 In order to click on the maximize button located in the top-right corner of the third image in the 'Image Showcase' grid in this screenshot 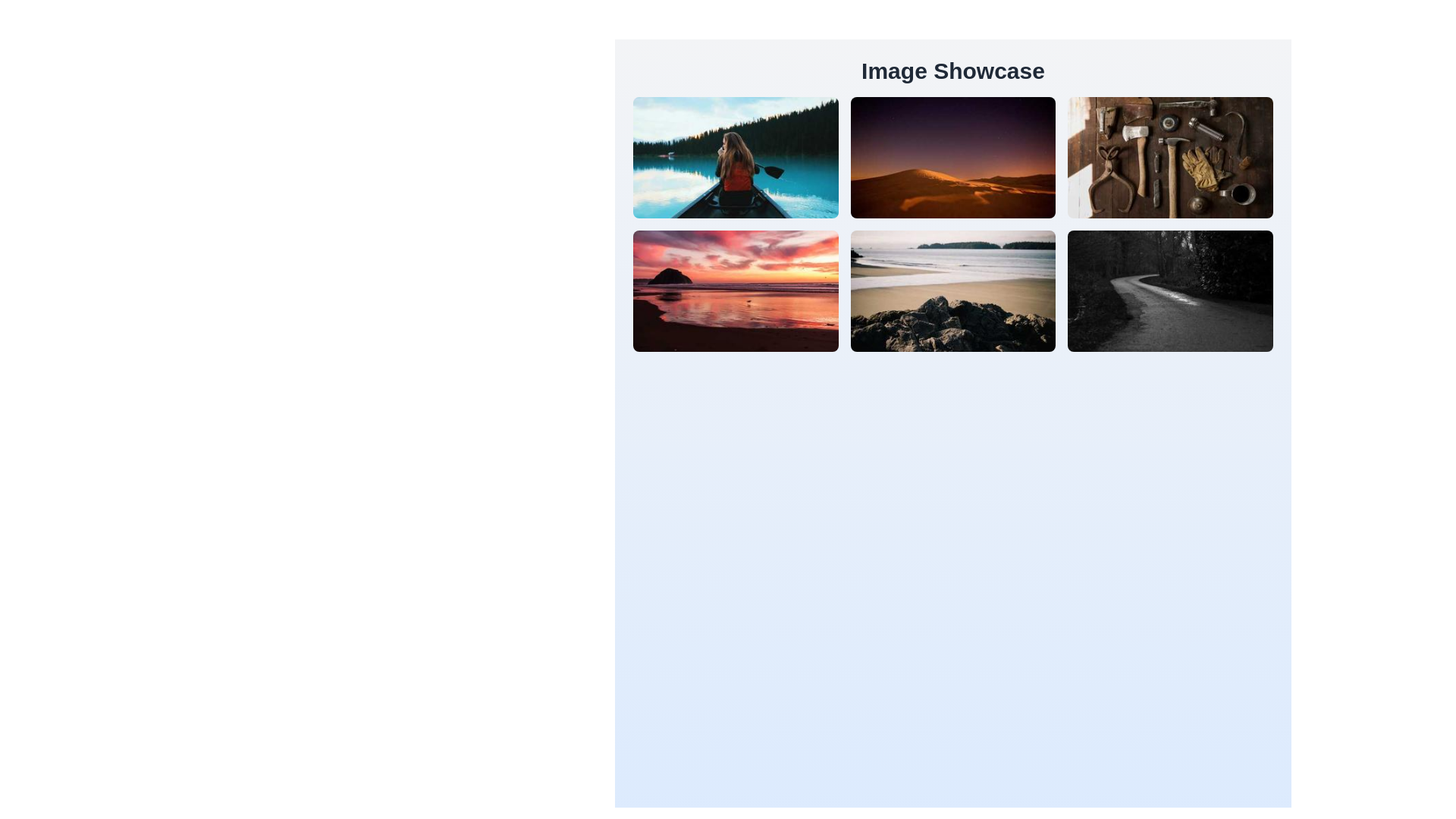, I will do `click(1169, 158)`.